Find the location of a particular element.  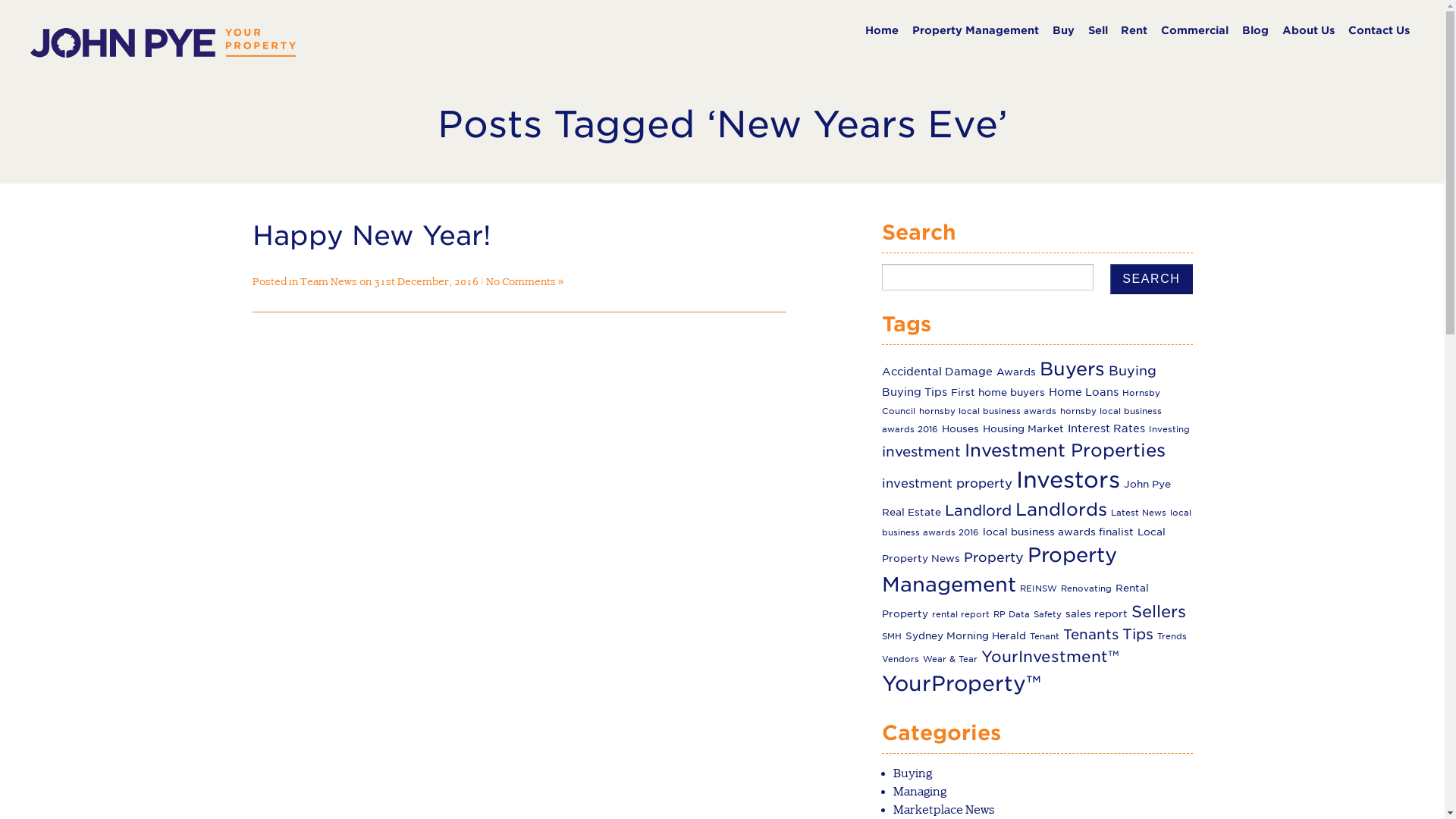

'Managing' is located at coordinates (919, 790).